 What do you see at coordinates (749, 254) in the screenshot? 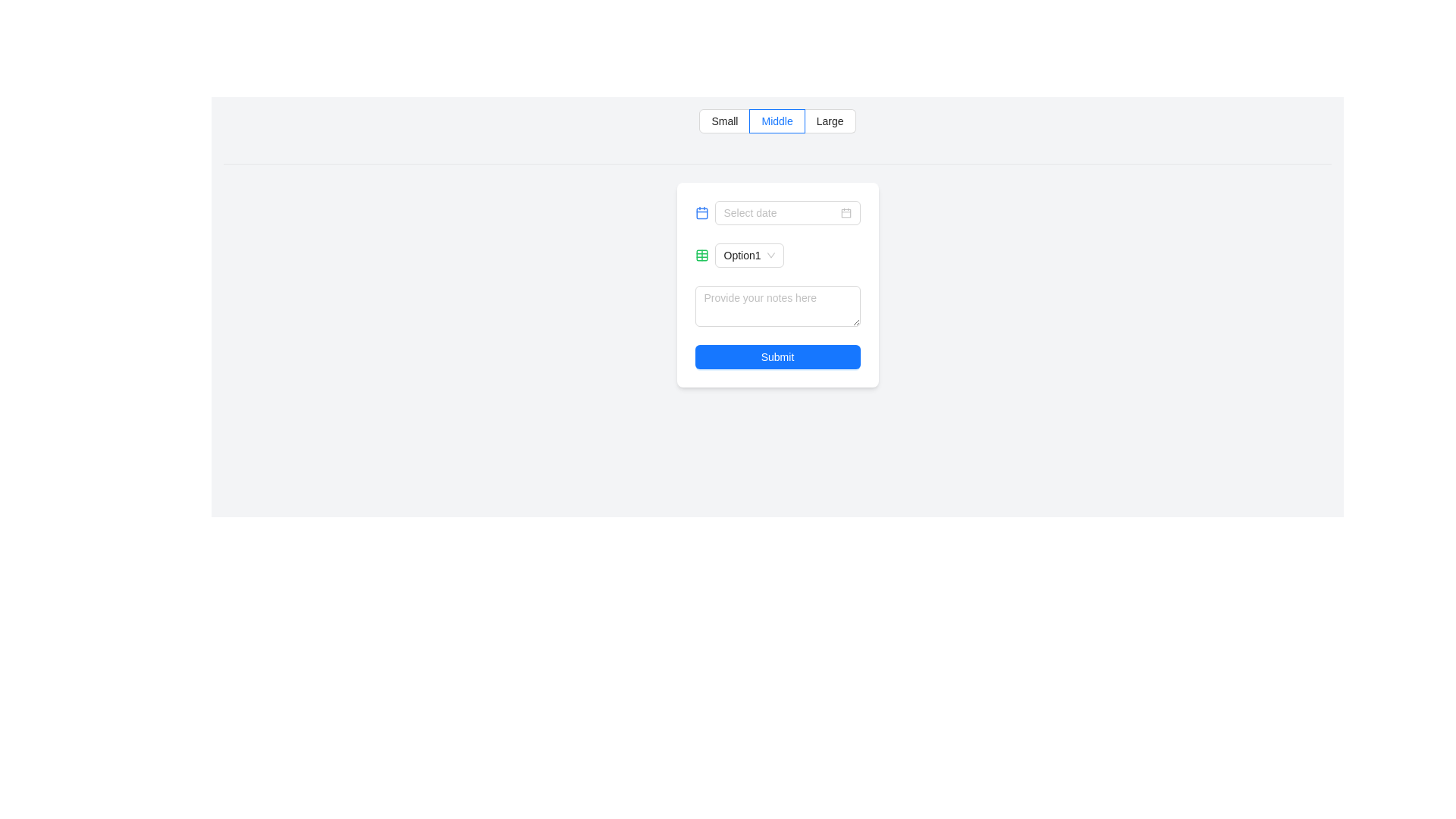
I see `the dropdown menu labeled 'Option1'` at bounding box center [749, 254].